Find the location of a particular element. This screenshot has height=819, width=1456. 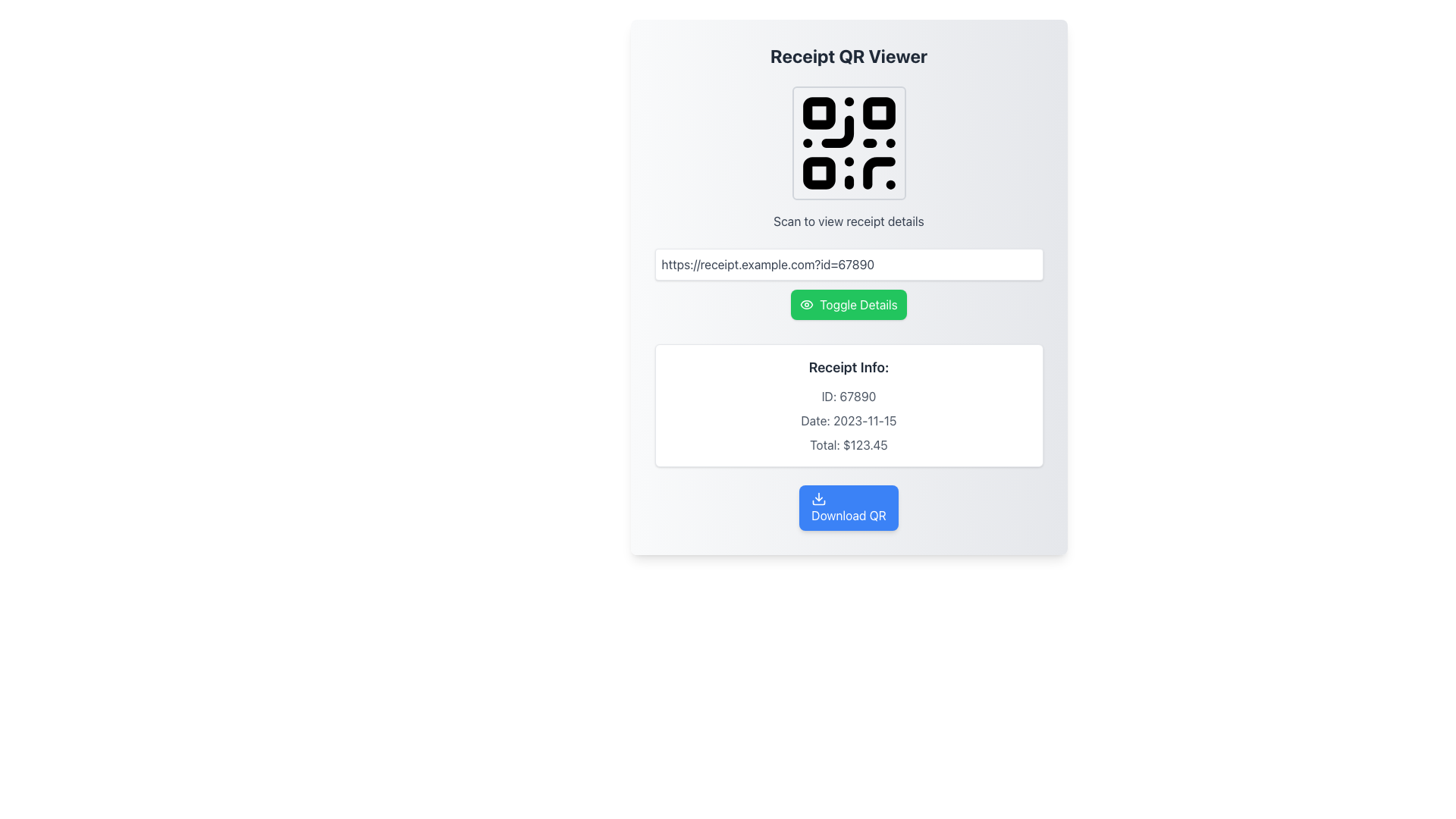

the informational panel that displays receipt information, located above the blue 'Download QR' button is located at coordinates (848, 405).